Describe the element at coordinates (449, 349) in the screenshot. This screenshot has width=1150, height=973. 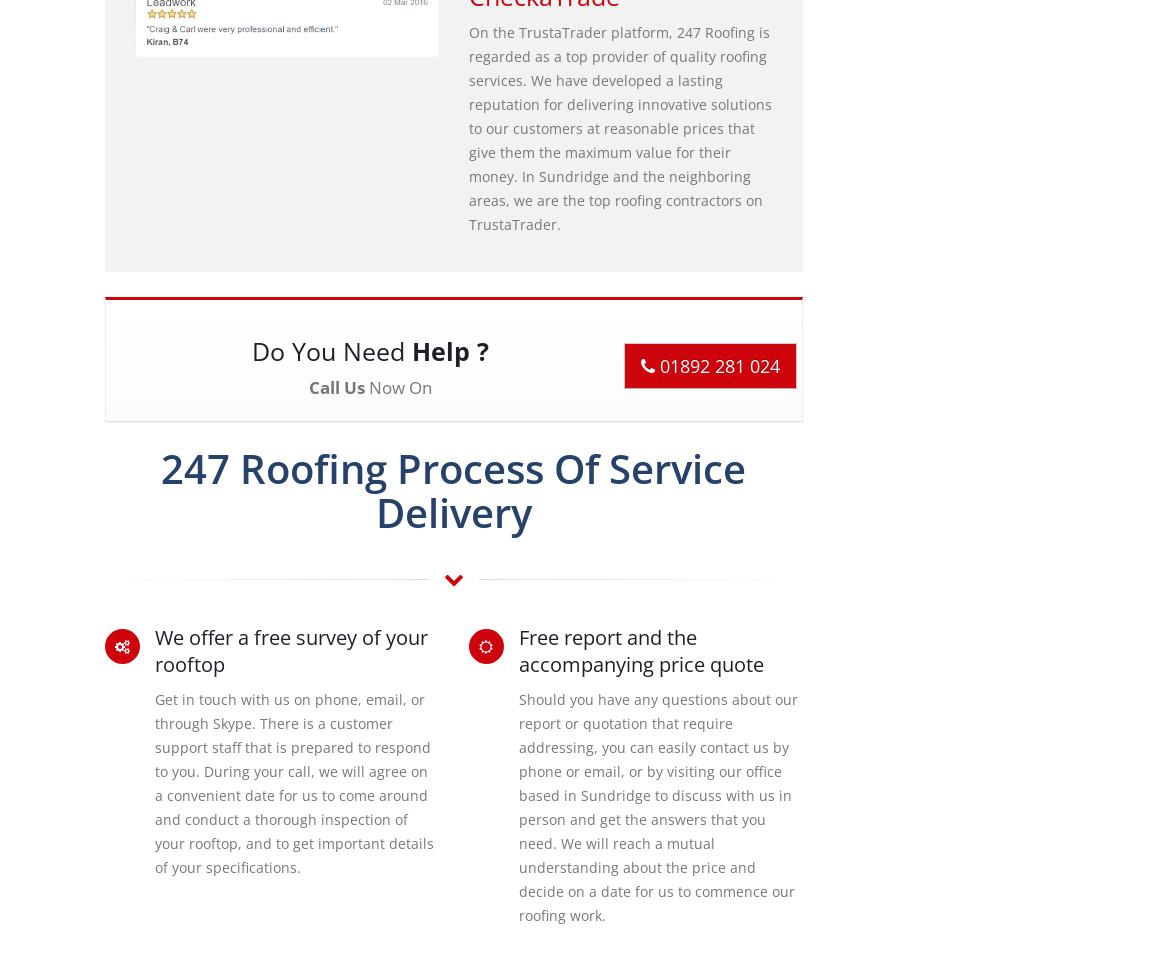
I see `'Help ?'` at that location.